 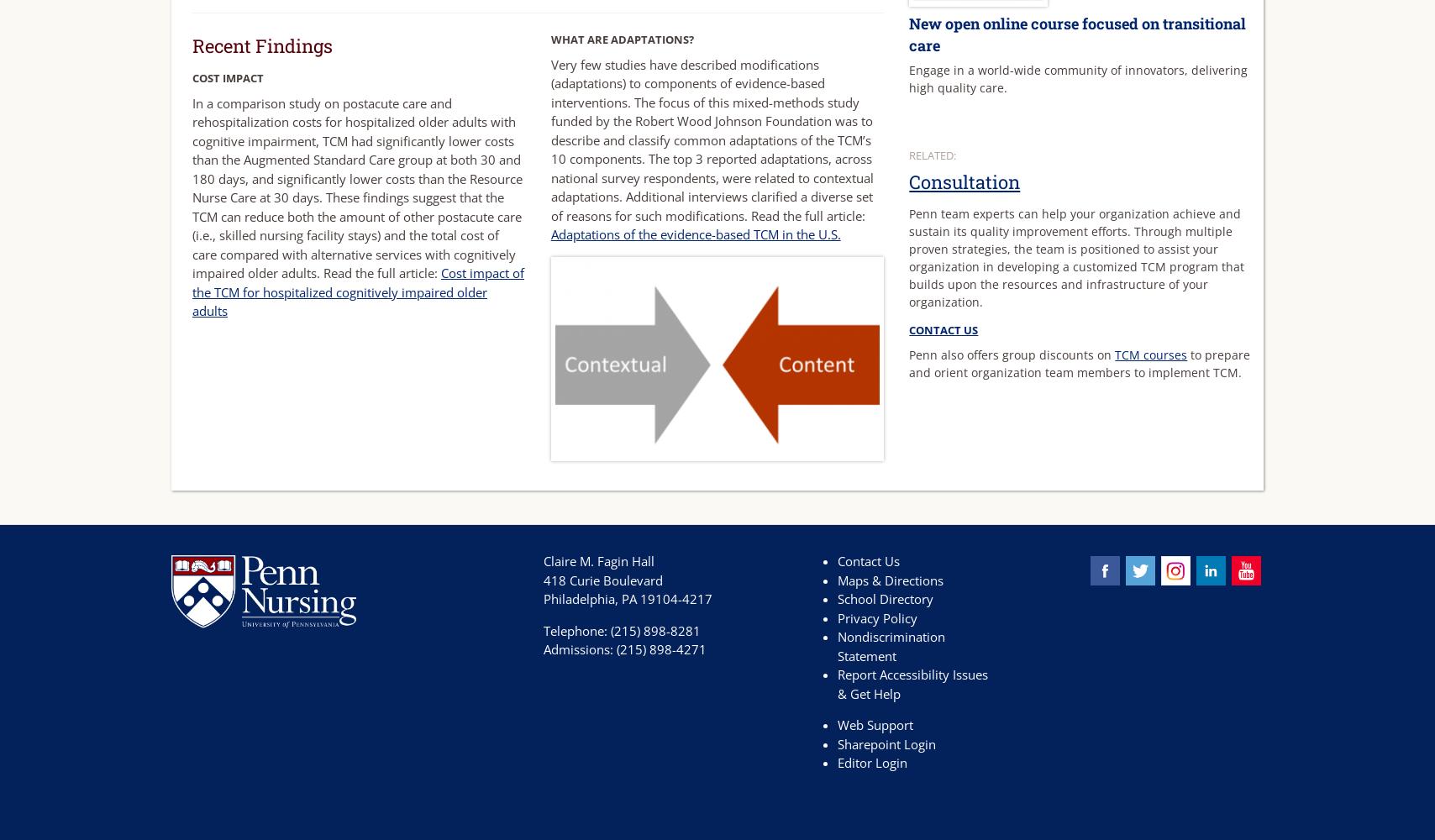 I want to click on 'Recent Findings', so click(x=262, y=45).